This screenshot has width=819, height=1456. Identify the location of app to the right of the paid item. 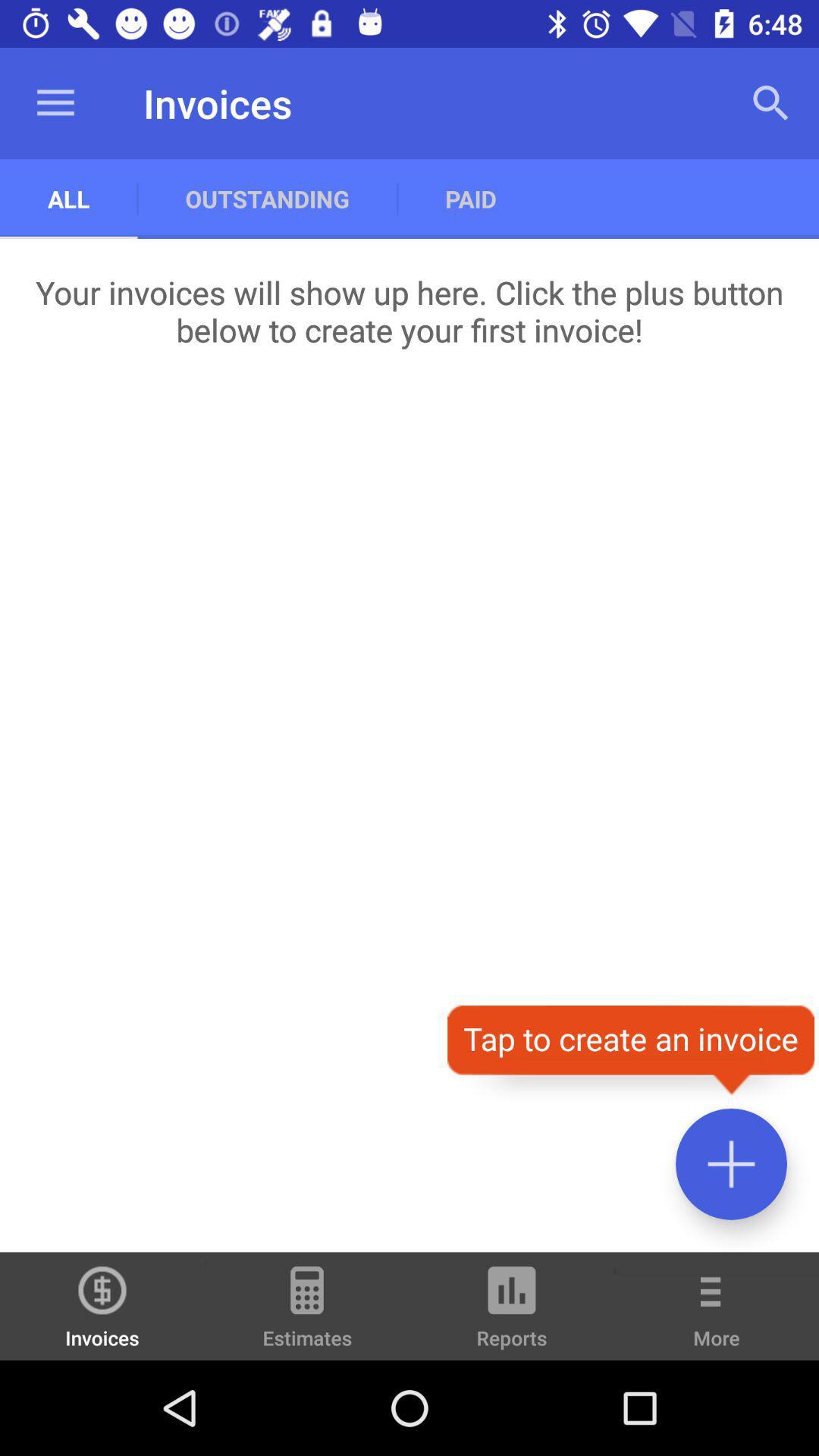
(771, 102).